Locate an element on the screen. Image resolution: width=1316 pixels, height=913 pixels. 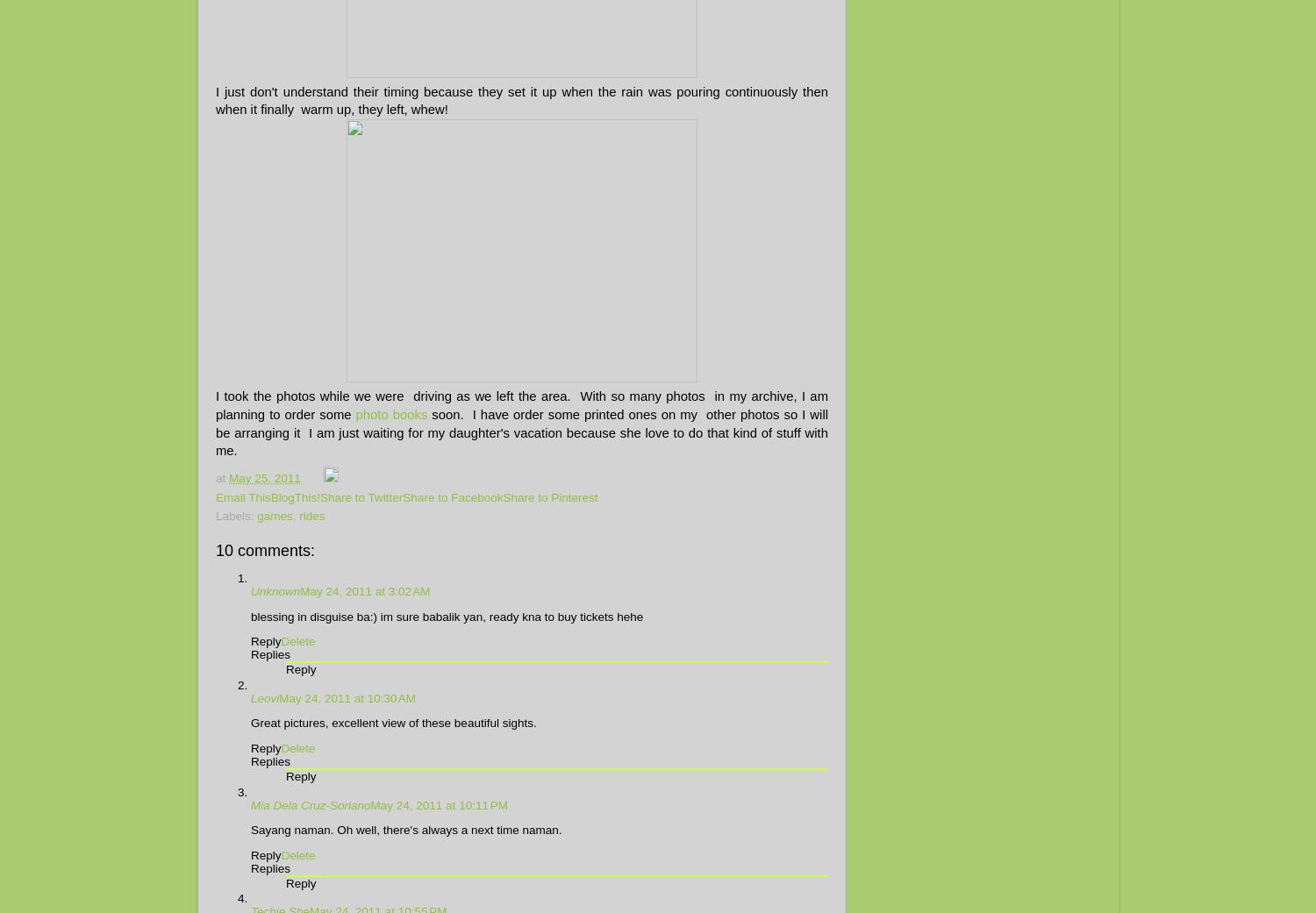
'Share to Facebook' is located at coordinates (453, 496).